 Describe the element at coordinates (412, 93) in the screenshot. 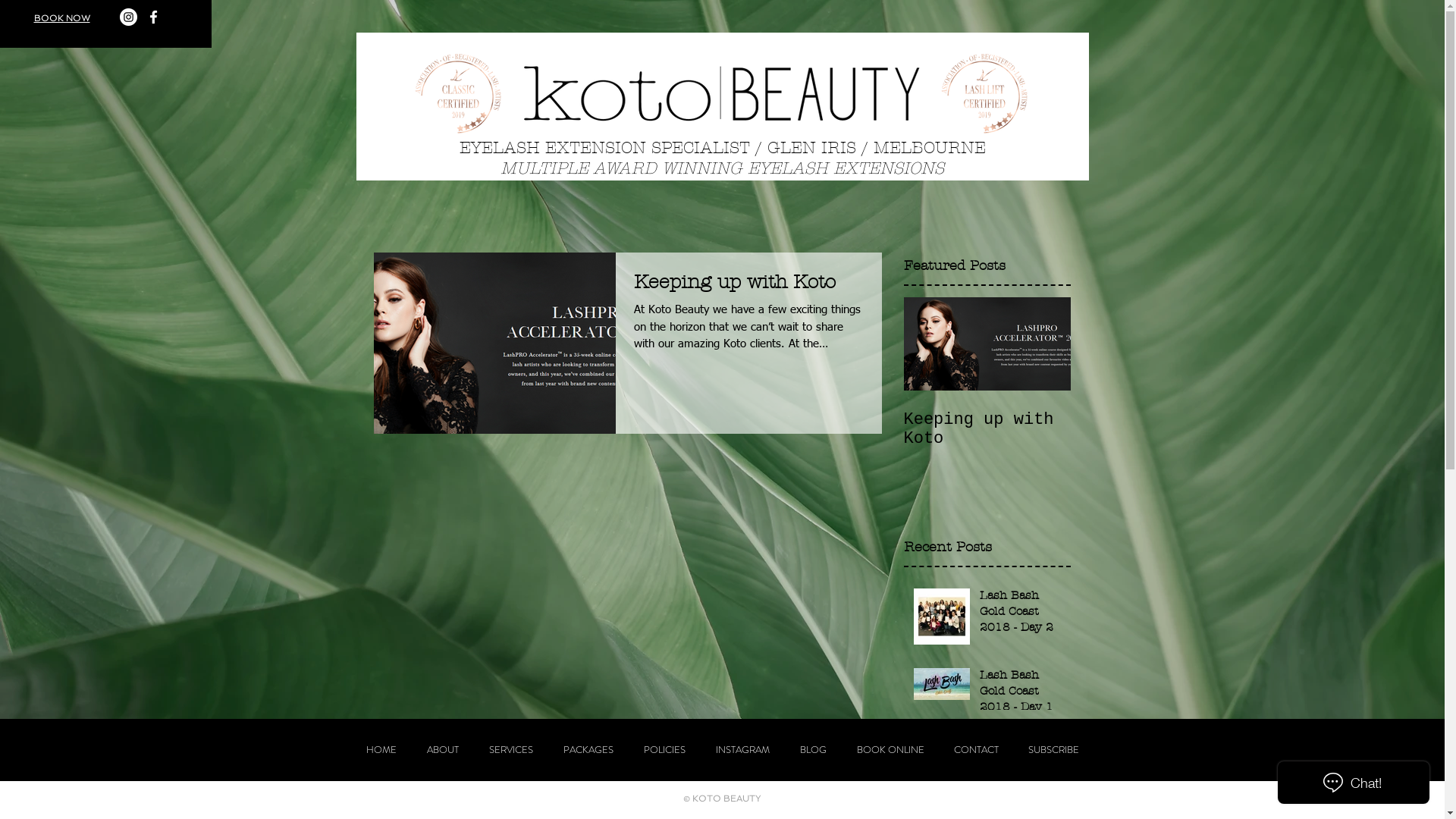

I see `'47386188_784470305222700_842897523797393'` at that location.